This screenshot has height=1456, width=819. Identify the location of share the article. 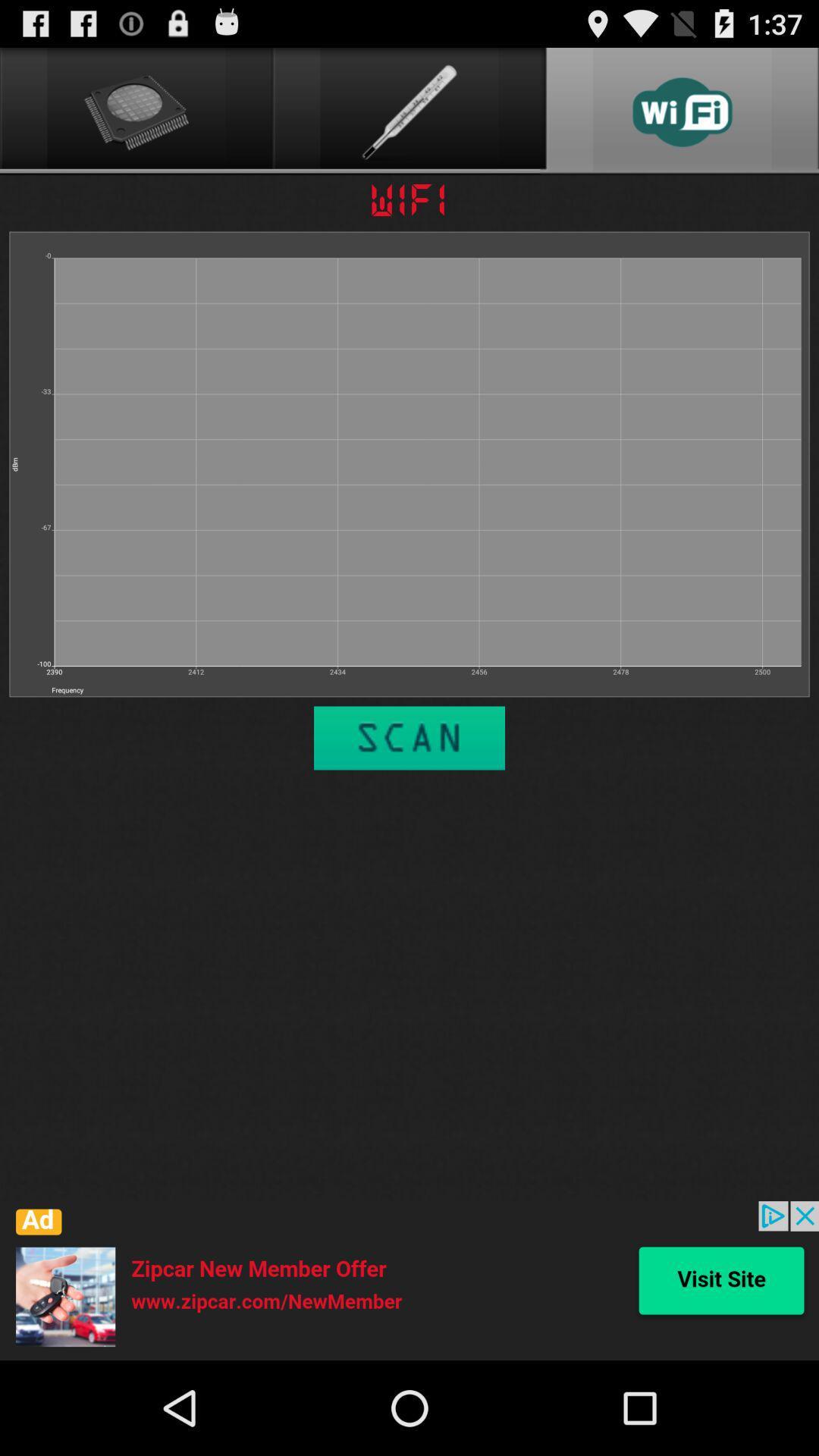
(409, 1280).